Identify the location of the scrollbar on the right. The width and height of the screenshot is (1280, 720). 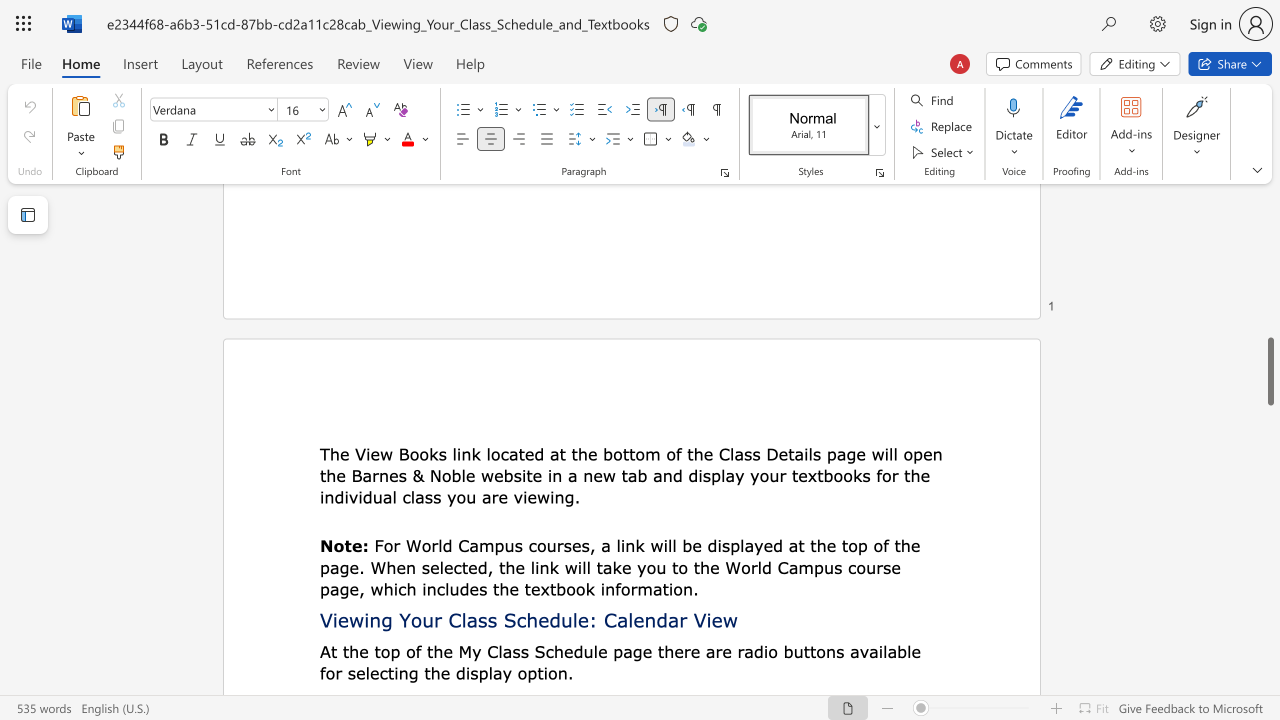
(1269, 238).